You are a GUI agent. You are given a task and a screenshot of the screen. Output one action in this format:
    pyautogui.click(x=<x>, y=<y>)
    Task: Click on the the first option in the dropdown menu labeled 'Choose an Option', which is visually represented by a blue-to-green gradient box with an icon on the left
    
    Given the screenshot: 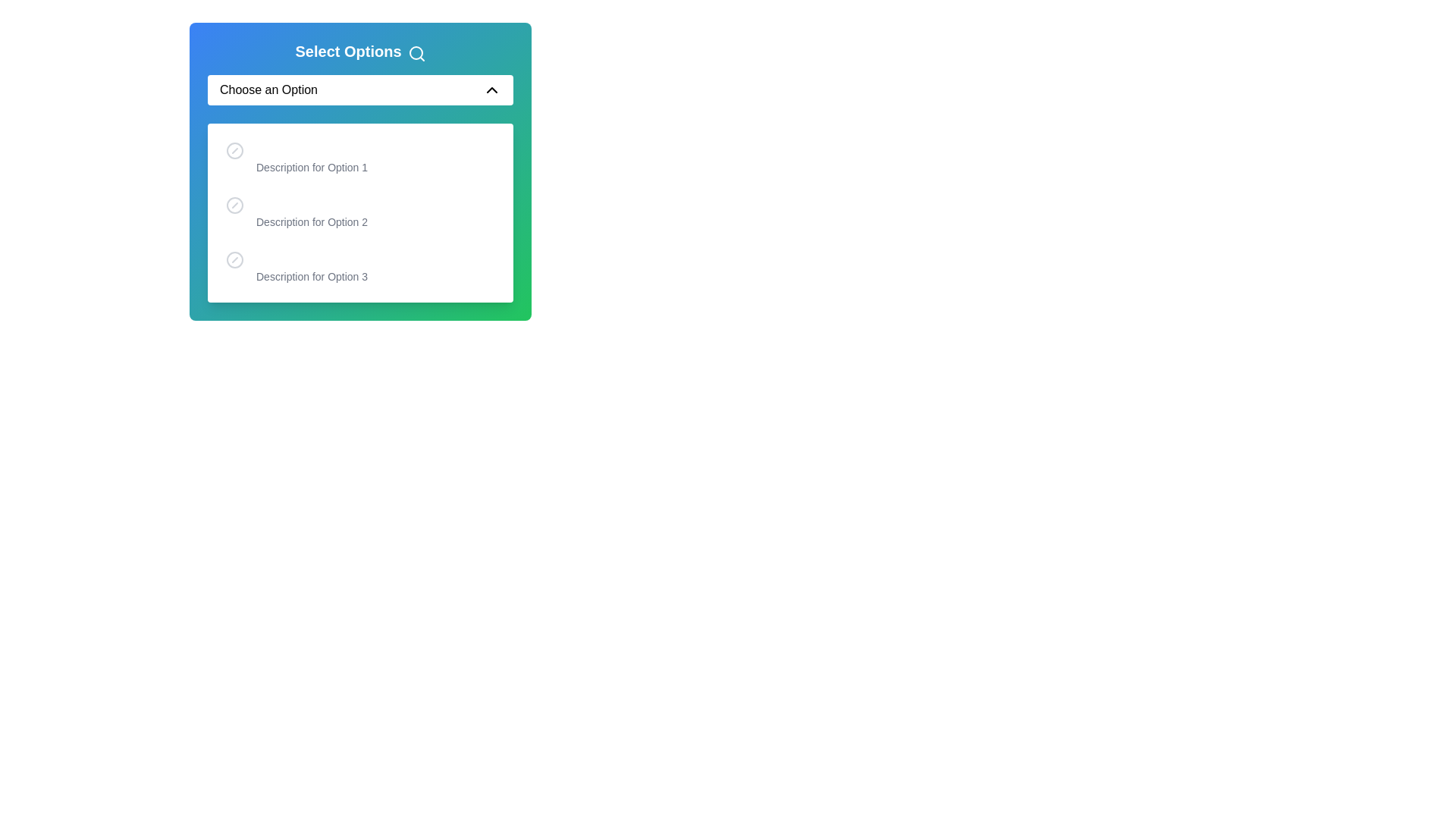 What is the action you would take?
    pyautogui.click(x=359, y=171)
    